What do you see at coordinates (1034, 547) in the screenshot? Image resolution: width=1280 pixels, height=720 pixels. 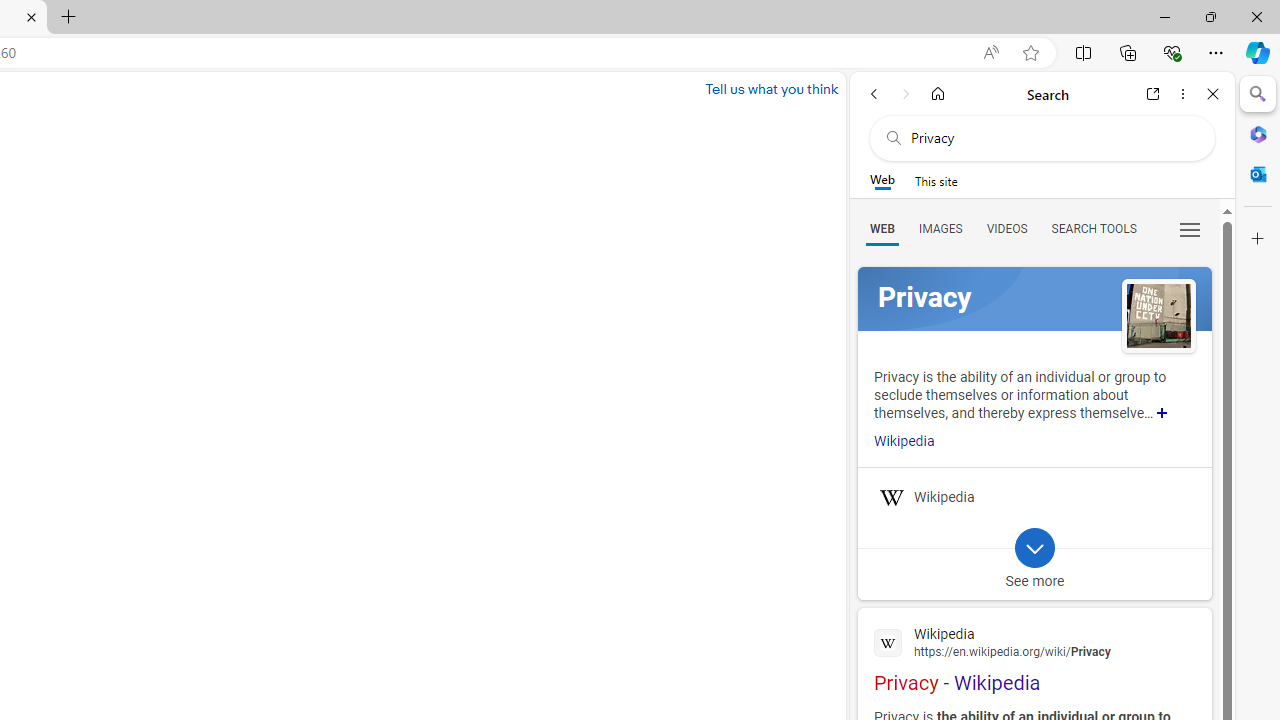 I see `'Class: b_exp_chevron_svg b_expmob_chev'` at bounding box center [1034, 547].